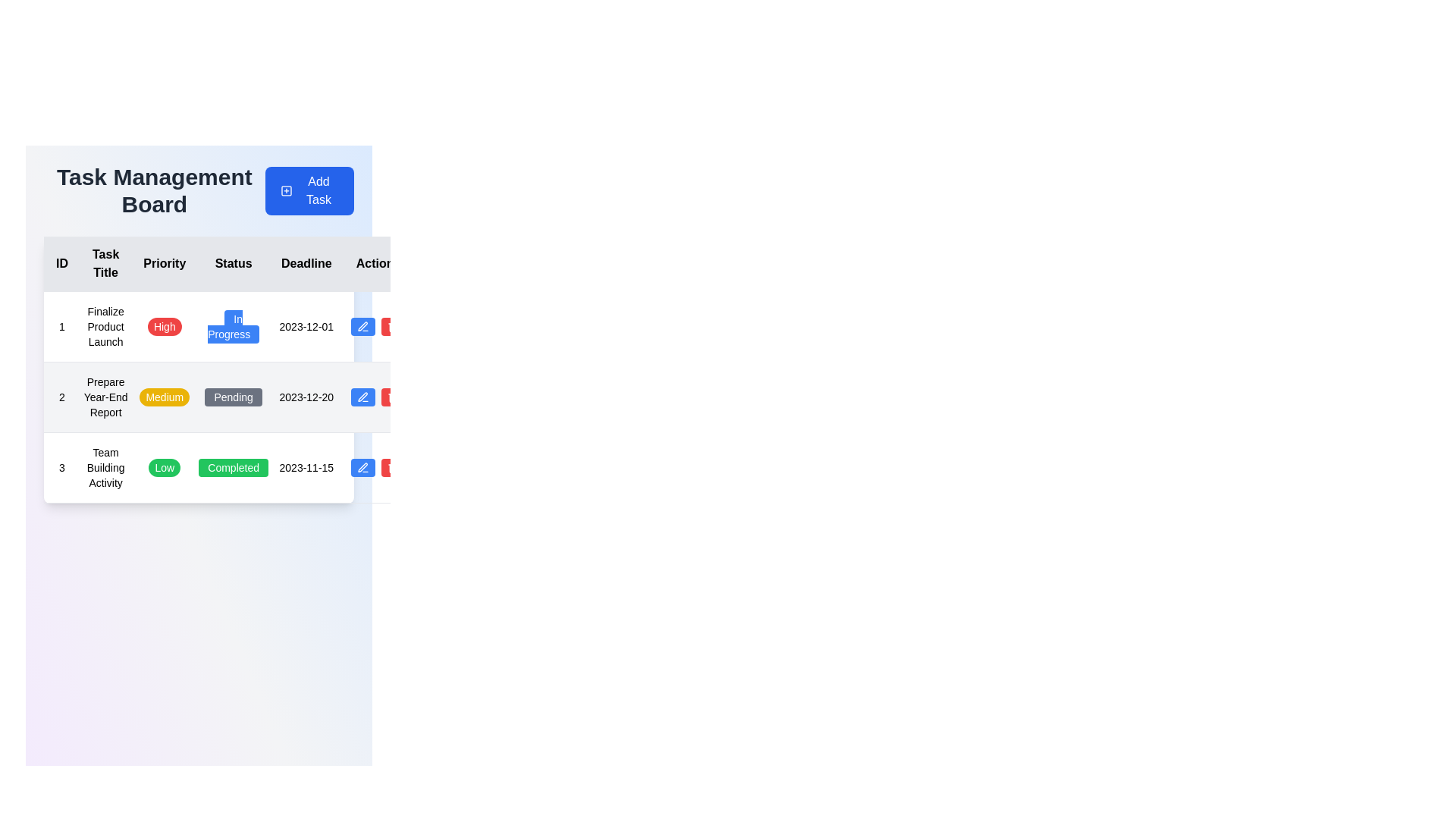 The image size is (1456, 819). Describe the element at coordinates (105, 326) in the screenshot. I see `text of the table cell containing the task title 'Finalize Product Launch', which is located in the first data row under the 'Task Title' column` at that location.